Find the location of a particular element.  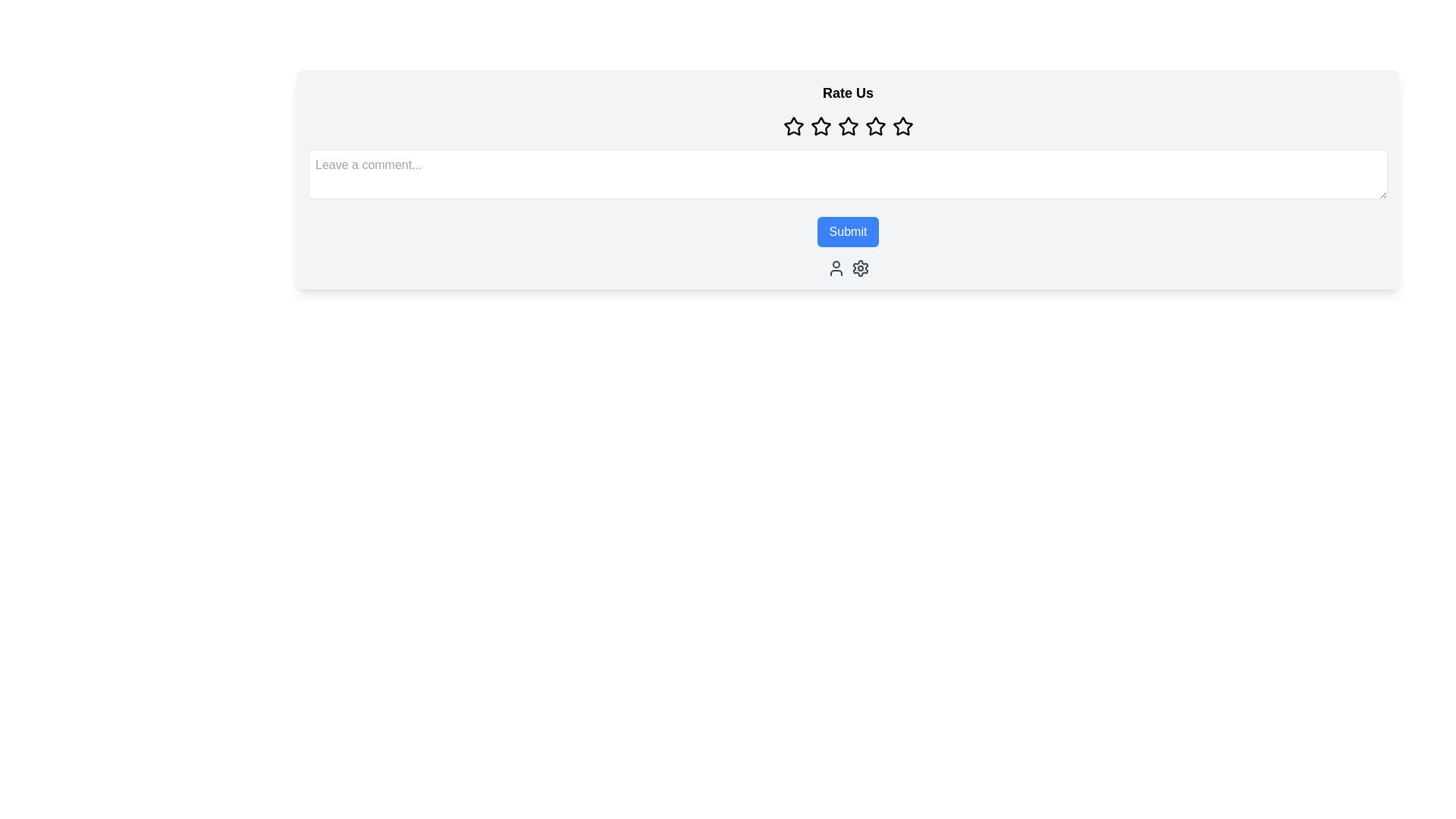

the gear icon button, which is styled in gray and located below the 'Submit' button, as it represents settings is located at coordinates (860, 268).